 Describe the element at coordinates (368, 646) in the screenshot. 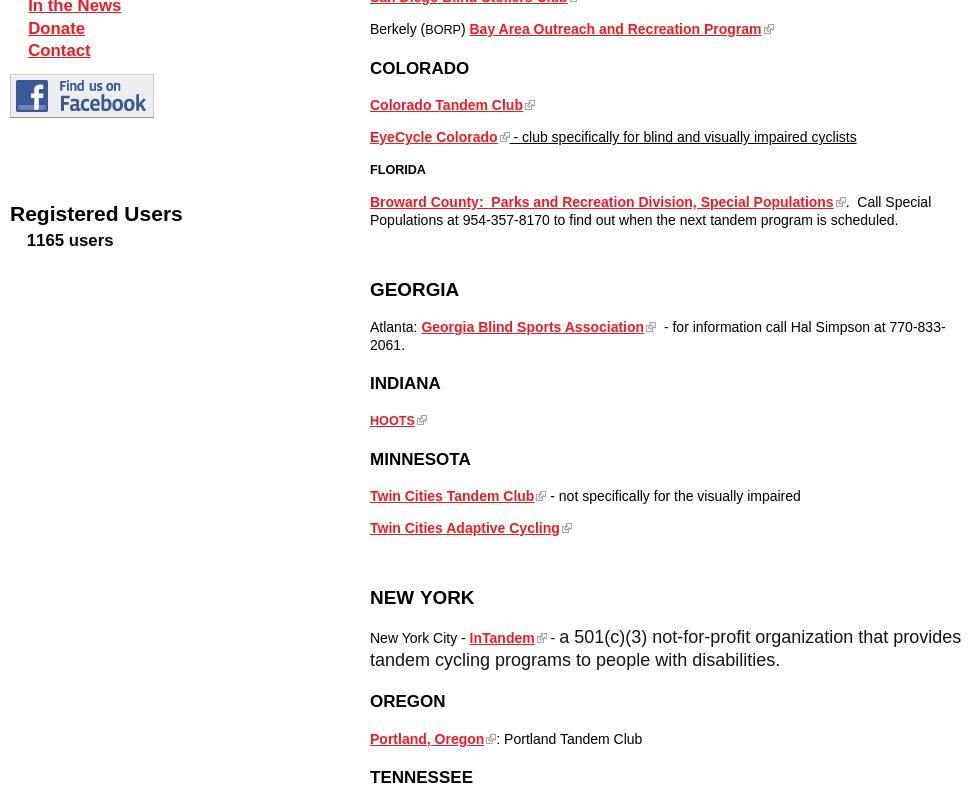

I see `'a 501(c)(3) not-for-profit organization that provides tandem cycling programs to people with disabilities.'` at that location.